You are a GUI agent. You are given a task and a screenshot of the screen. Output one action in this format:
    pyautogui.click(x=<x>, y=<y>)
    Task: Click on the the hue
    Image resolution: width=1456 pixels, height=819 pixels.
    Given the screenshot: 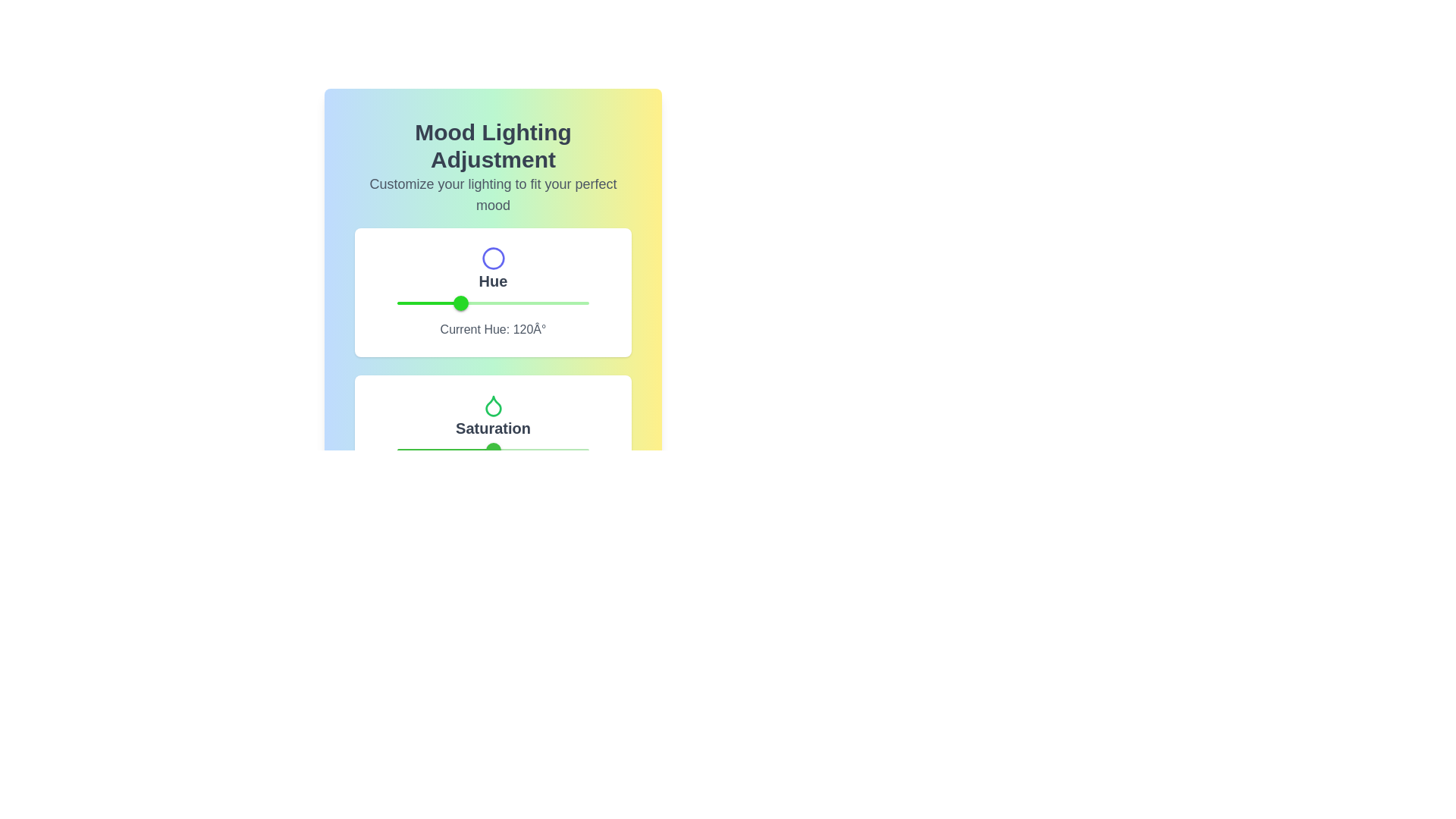 What is the action you would take?
    pyautogui.click(x=583, y=303)
    